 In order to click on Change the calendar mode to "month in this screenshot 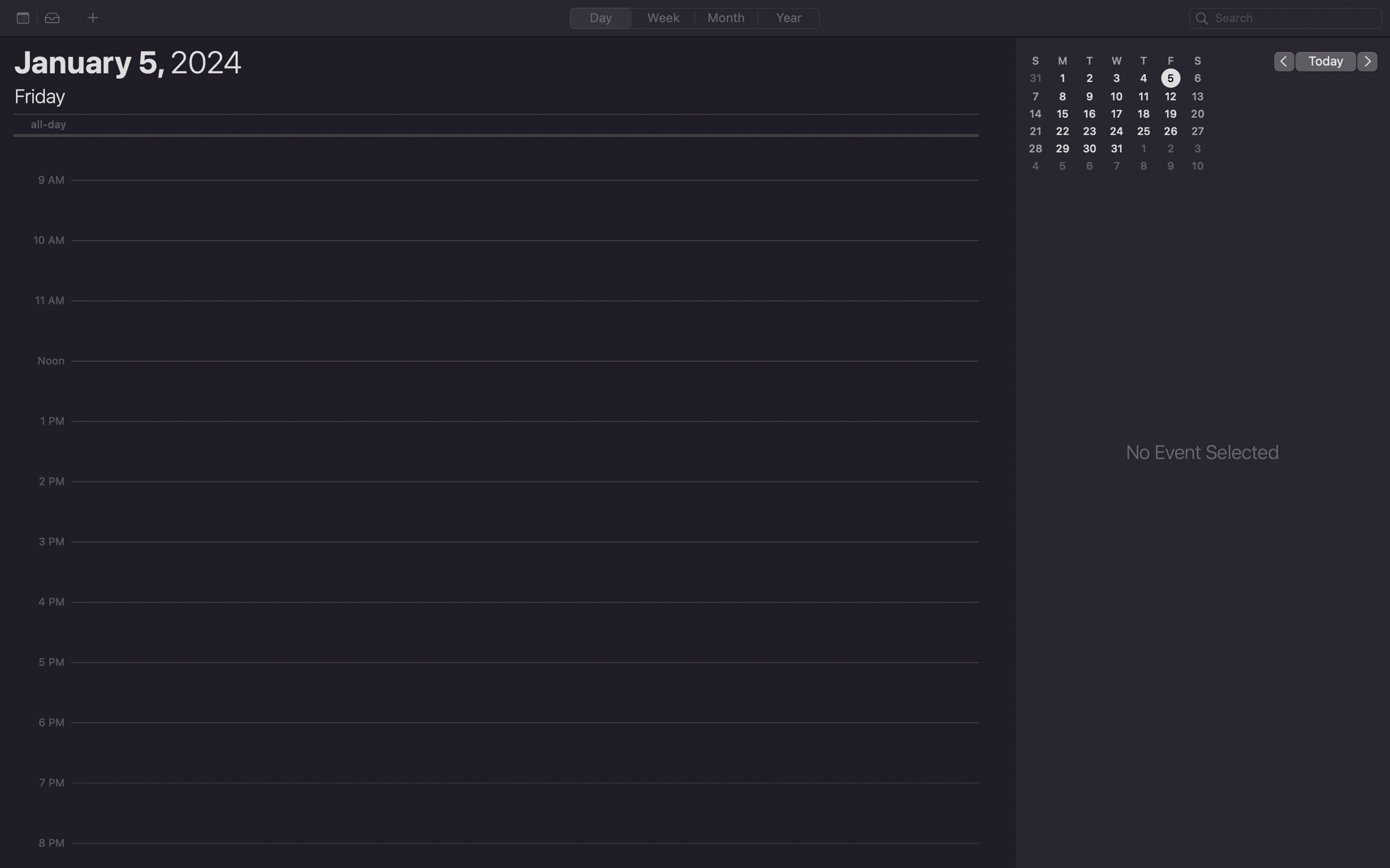, I will do `click(727, 17)`.